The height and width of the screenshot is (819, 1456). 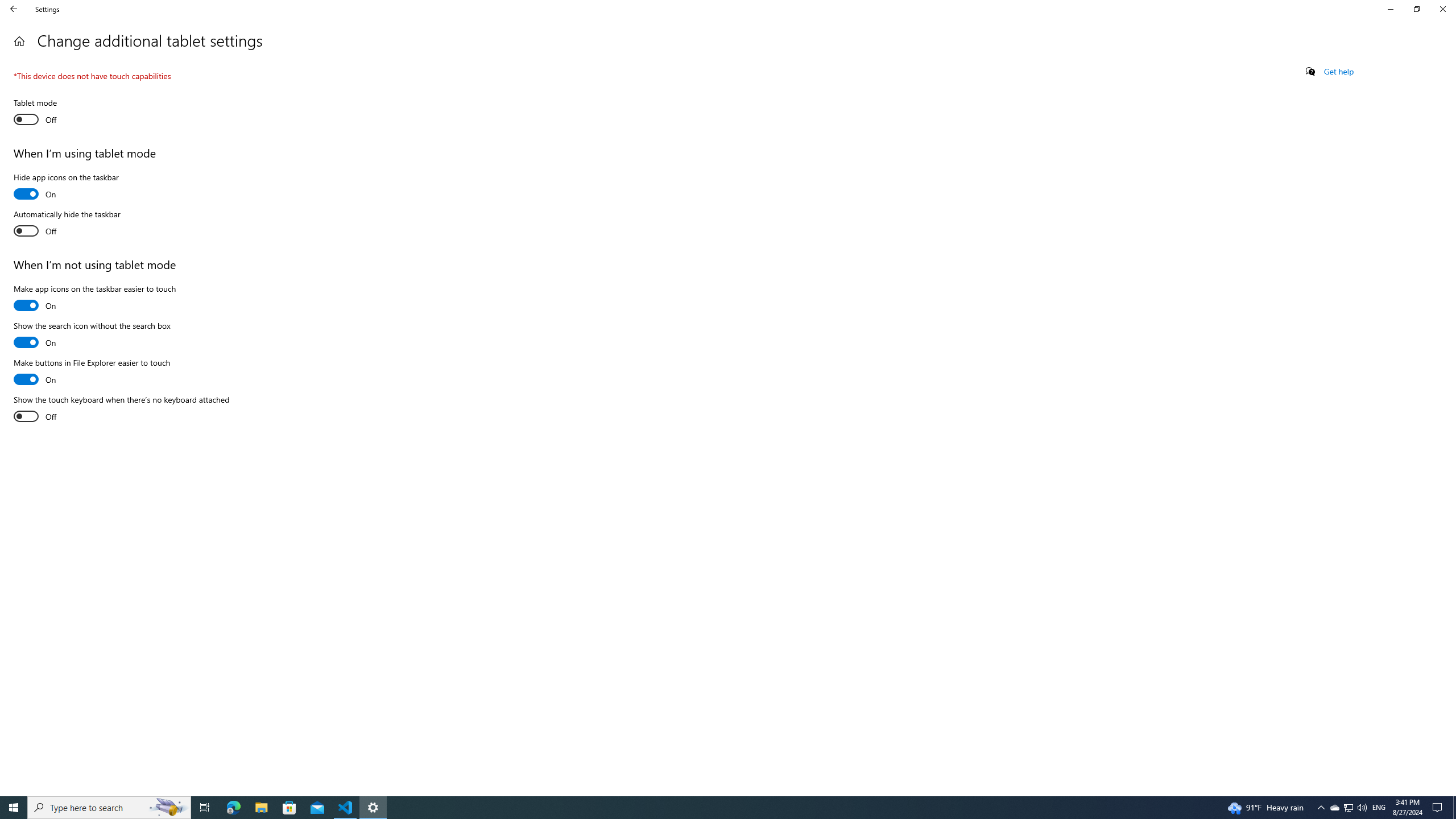 What do you see at coordinates (1416, 9) in the screenshot?
I see `'Restore Settings'` at bounding box center [1416, 9].